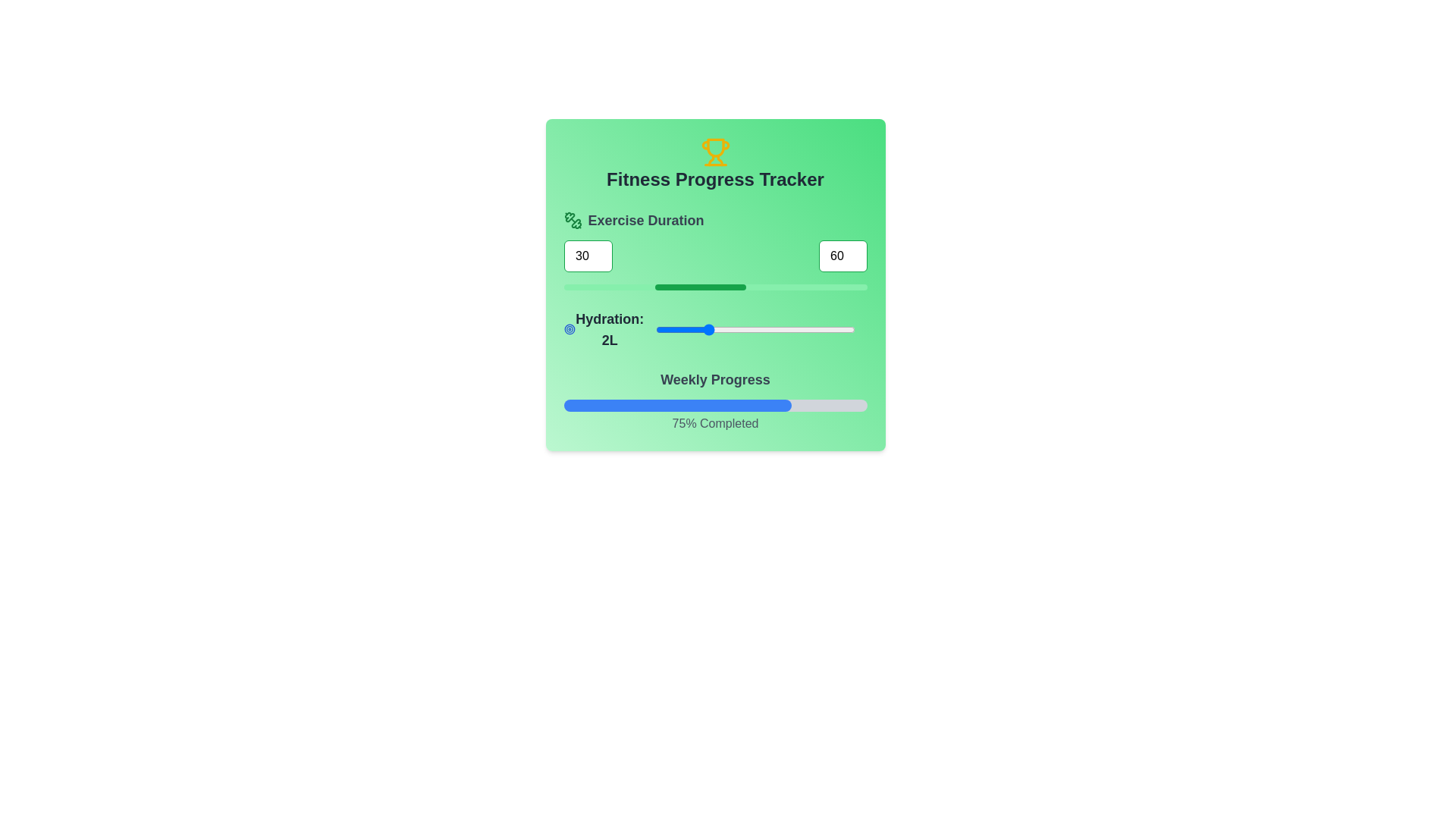  What do you see at coordinates (714, 178) in the screenshot?
I see `the Text label displaying 'Fitness Progress Tracker', which indicates the section's purpose, positioned below a trophy icon and above various progress tracking components` at bounding box center [714, 178].